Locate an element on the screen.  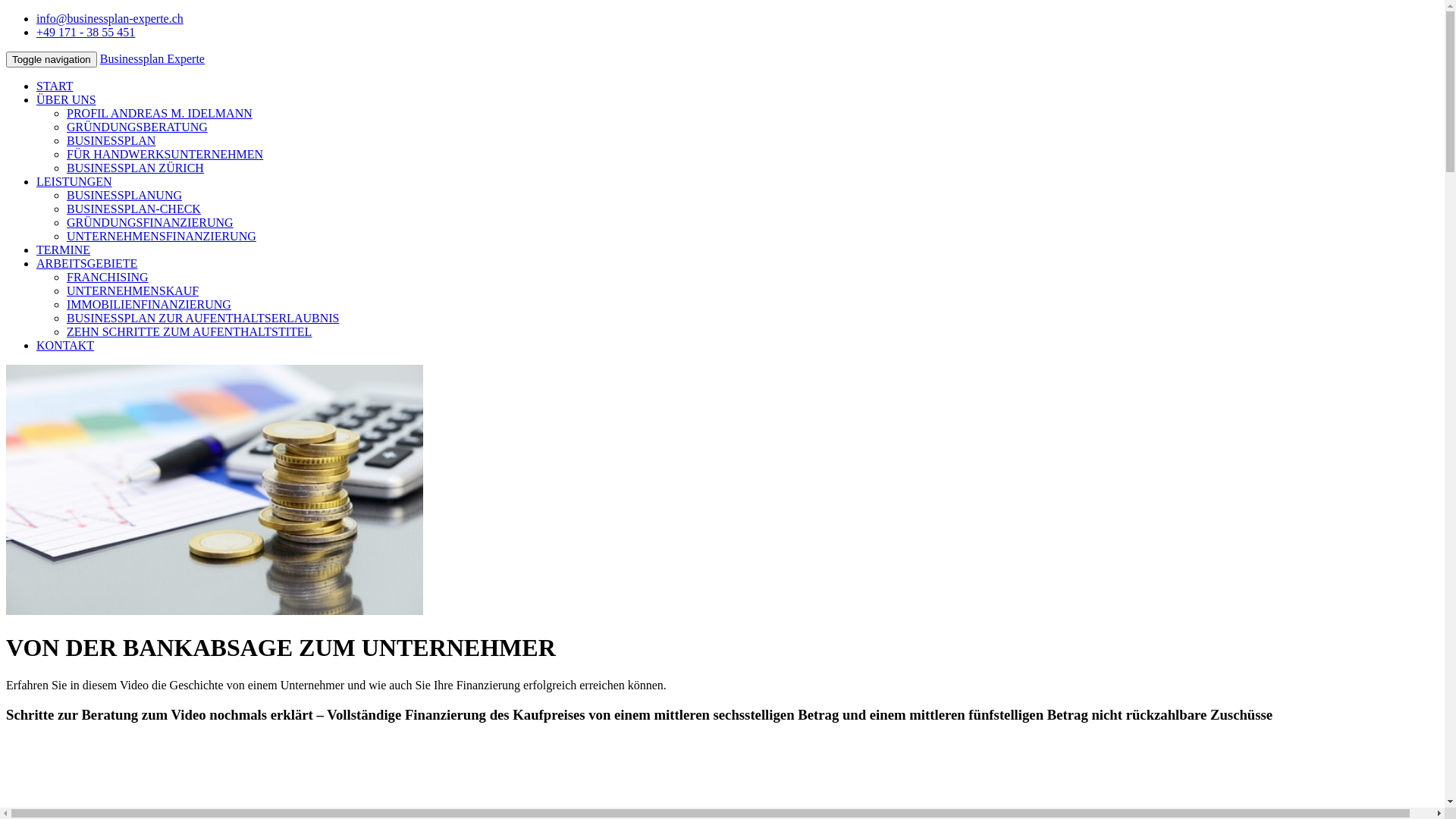
'IMMOBILIENFINANZIERUNG' is located at coordinates (149, 304).